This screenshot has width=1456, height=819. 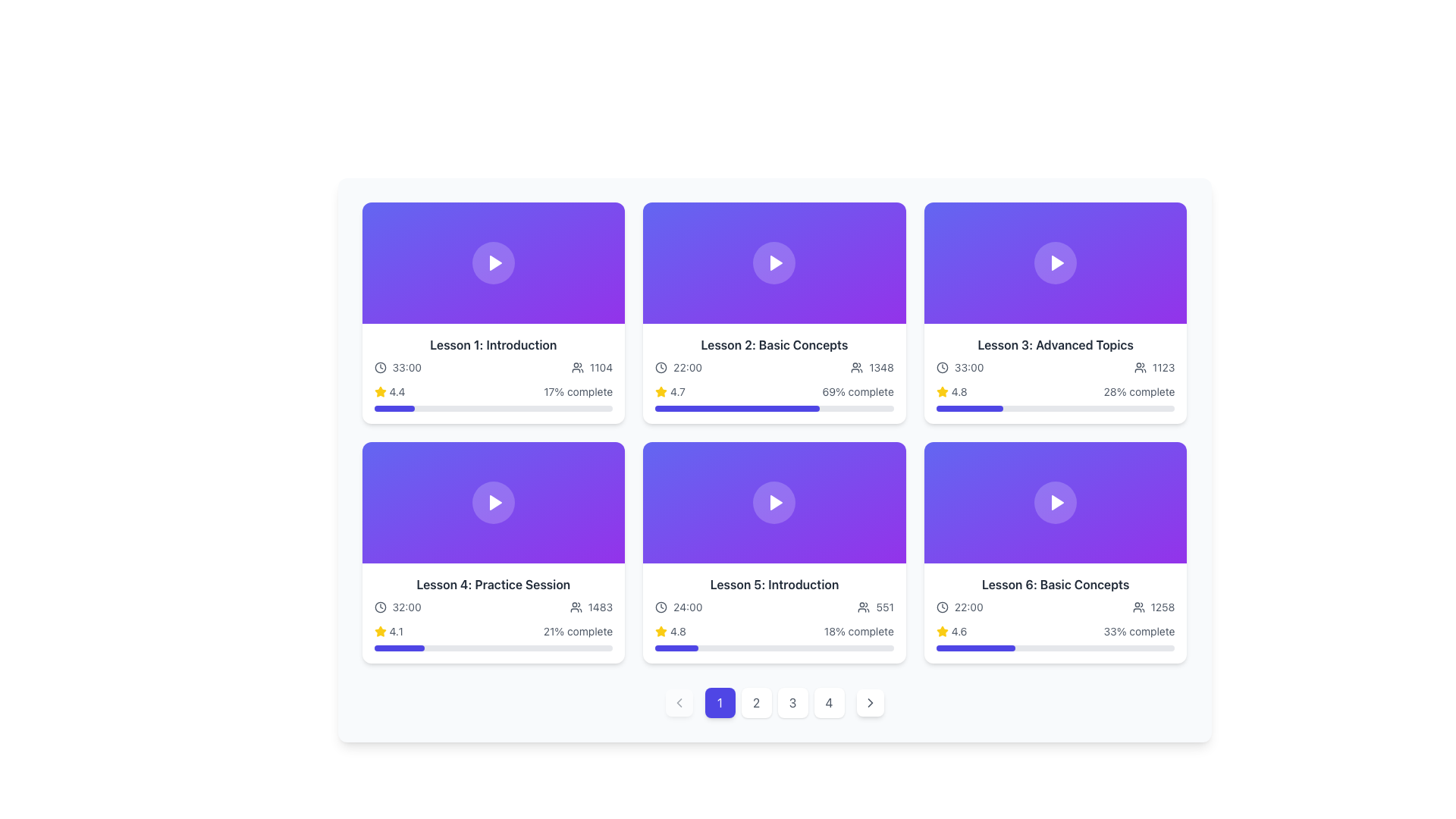 I want to click on the play button, which is a circular button with a white triangular play icon located in the center of a gradient-filled rectangle transitioning from indigo to purple, positioned in the third item of the second row of a grid layout, so click(x=774, y=503).